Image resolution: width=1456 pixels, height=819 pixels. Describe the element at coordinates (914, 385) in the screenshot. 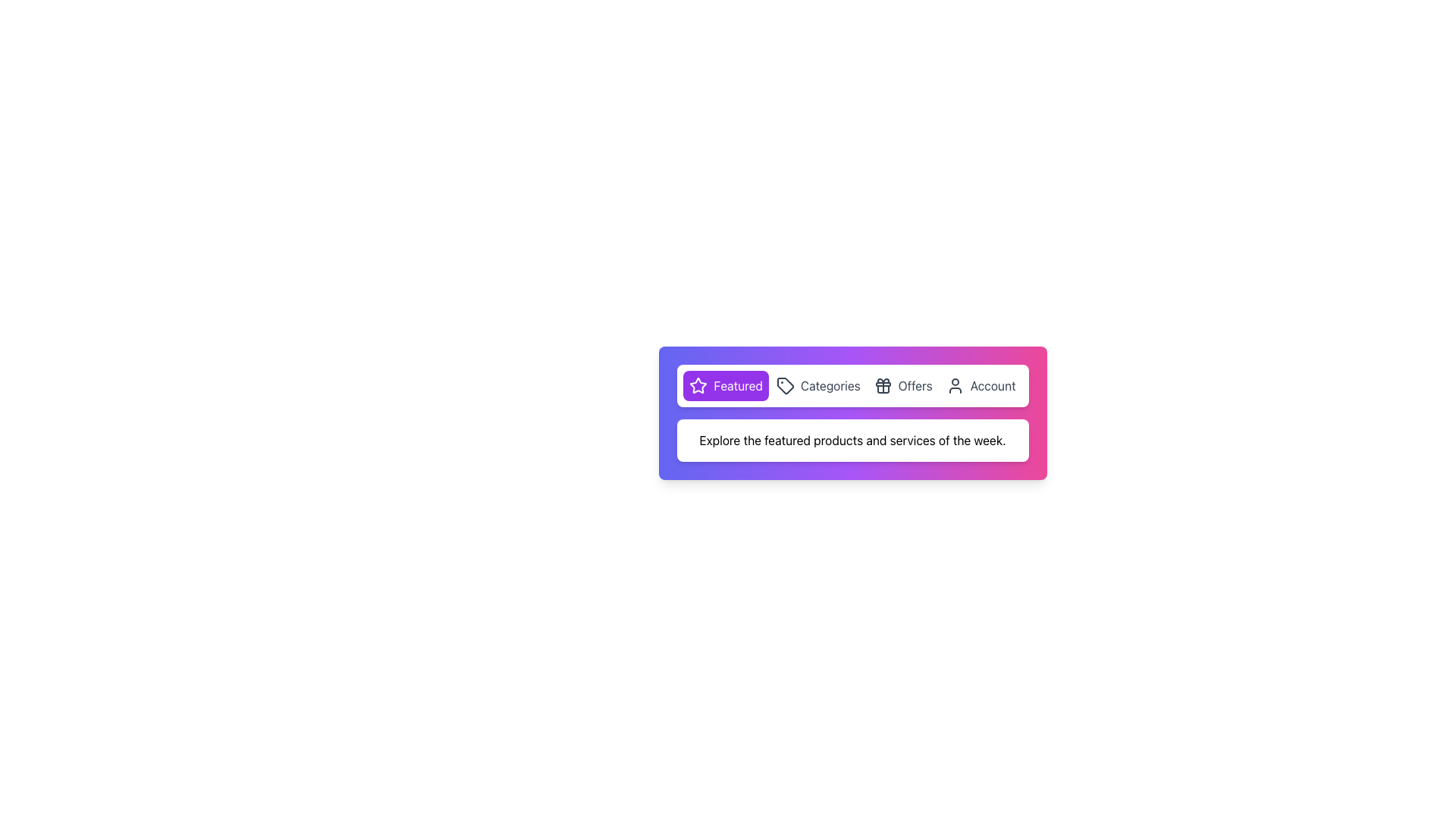

I see `the third navigational link labeled 'Offers' in the horizontal navigation bar, which is positioned between 'Categories' and 'Account'` at that location.